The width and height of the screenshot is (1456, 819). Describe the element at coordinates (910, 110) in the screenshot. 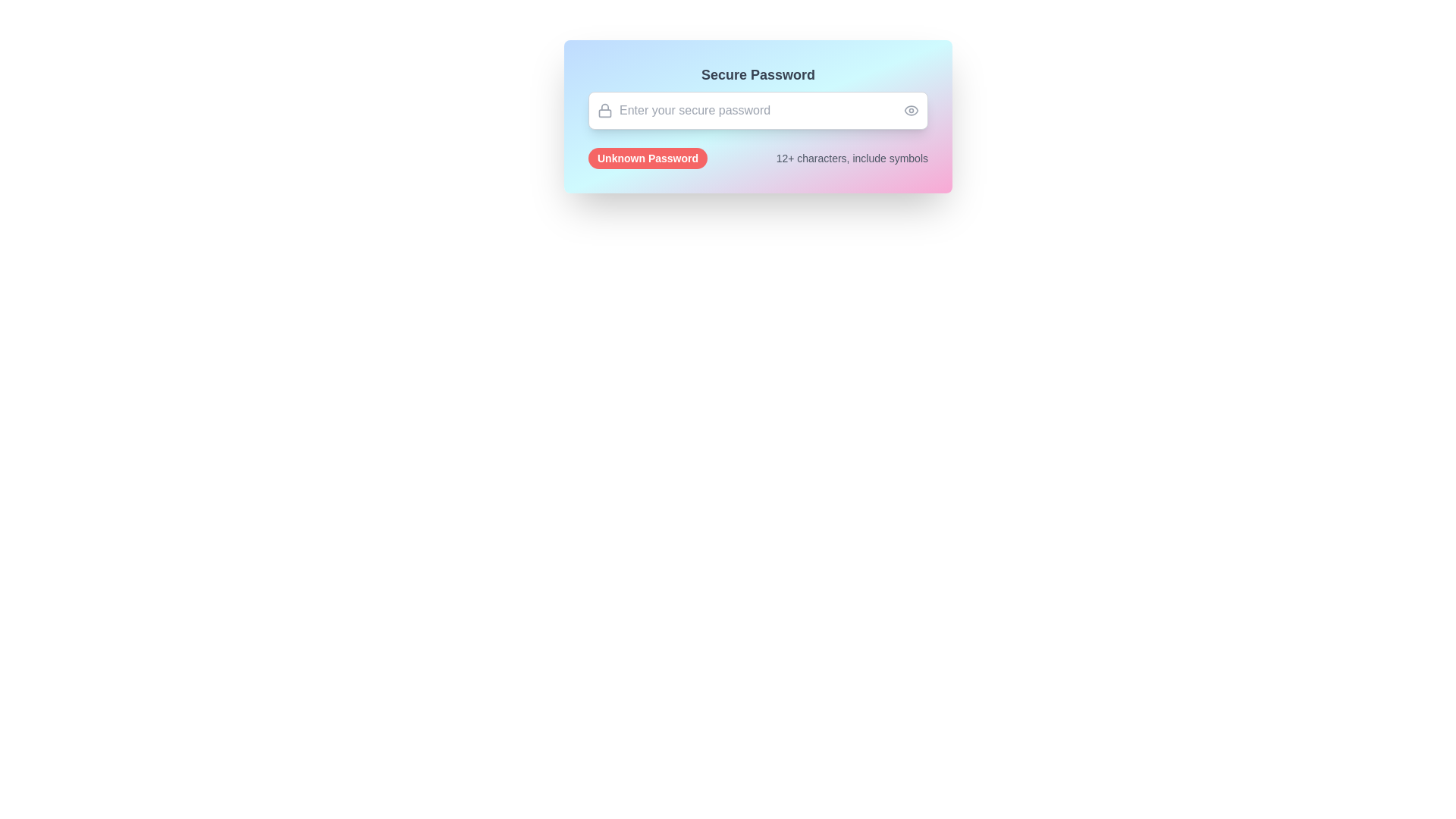

I see `the visibility toggle button located on the far right side of the password input field` at that location.